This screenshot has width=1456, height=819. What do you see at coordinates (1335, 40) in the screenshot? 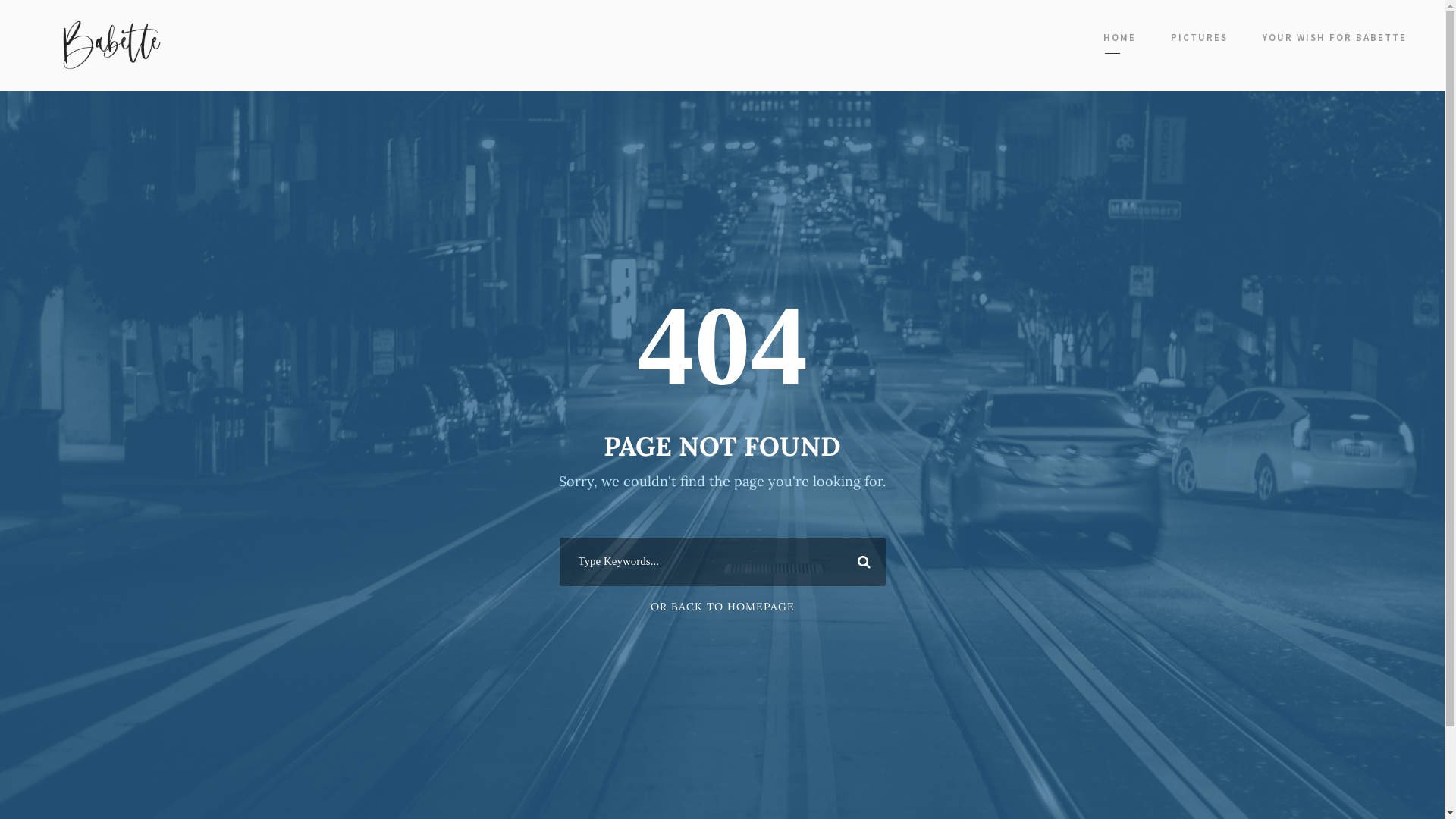
I see `'YOUR WISH FOR BABETTE'` at bounding box center [1335, 40].